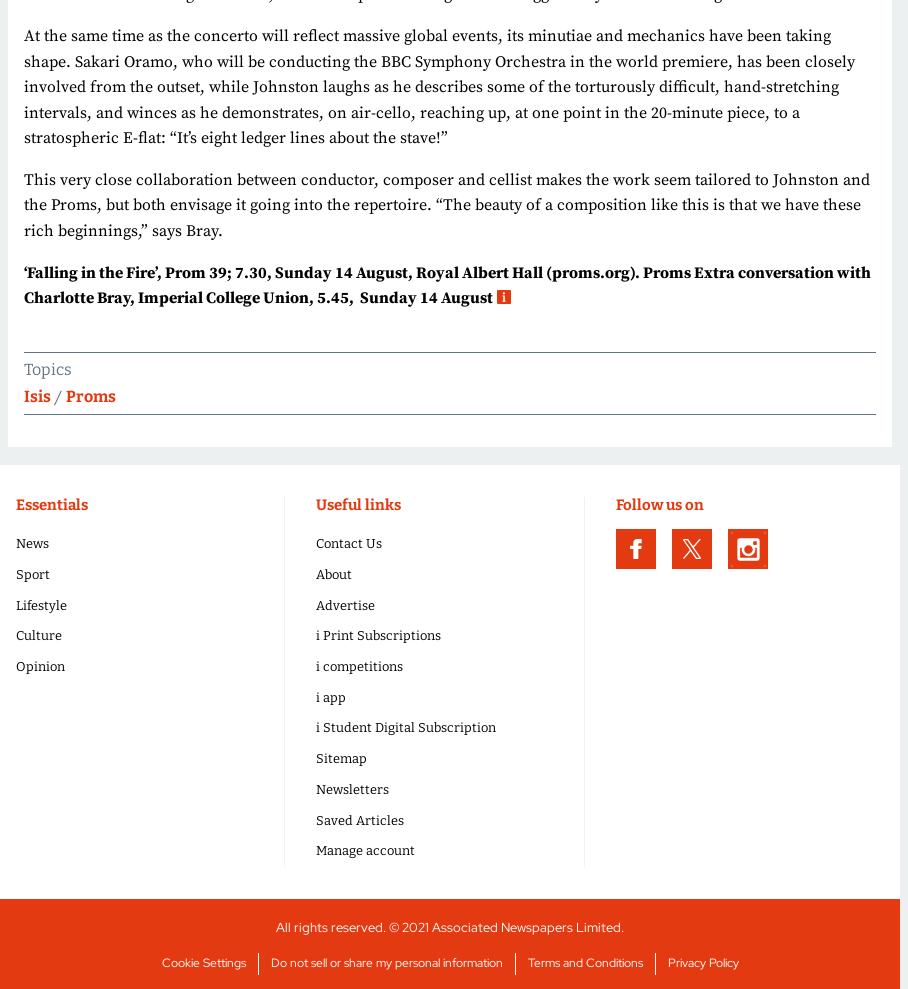  What do you see at coordinates (52, 504) in the screenshot?
I see `'Essentials'` at bounding box center [52, 504].